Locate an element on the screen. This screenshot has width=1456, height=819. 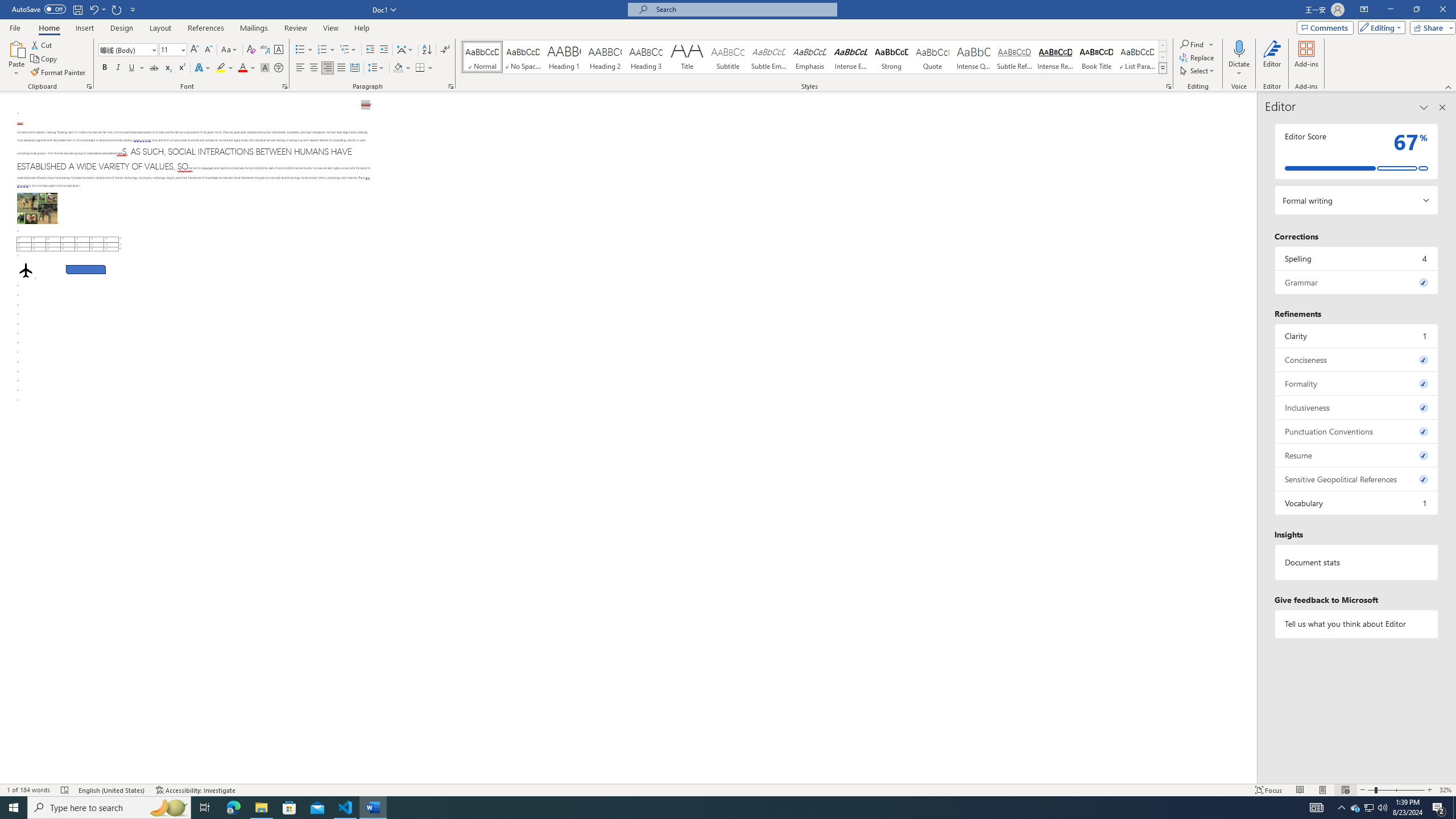
'Undo Paragraph Alignment' is located at coordinates (97, 9).